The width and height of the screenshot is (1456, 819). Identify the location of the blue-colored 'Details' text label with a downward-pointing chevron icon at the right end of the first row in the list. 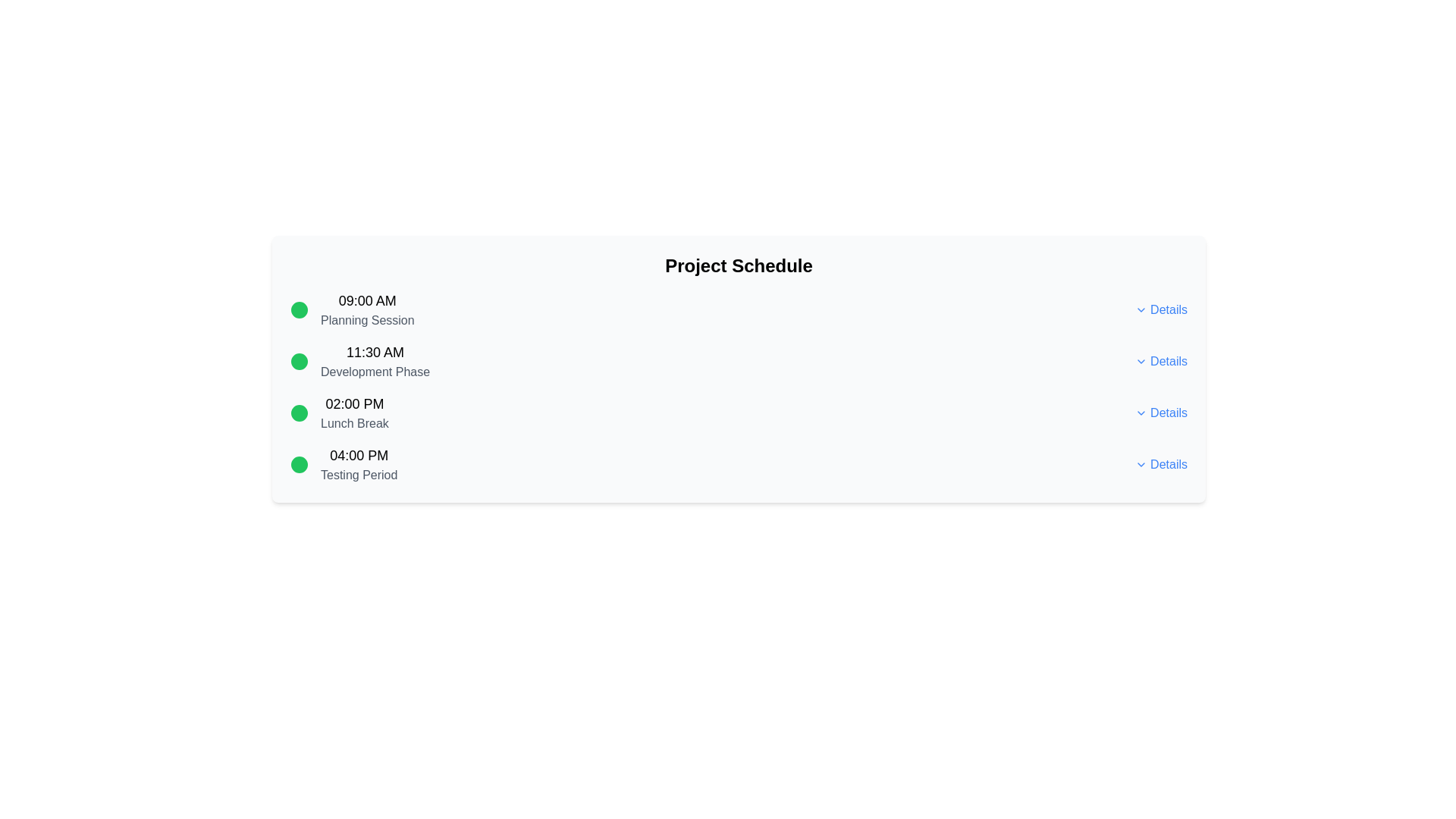
(1160, 309).